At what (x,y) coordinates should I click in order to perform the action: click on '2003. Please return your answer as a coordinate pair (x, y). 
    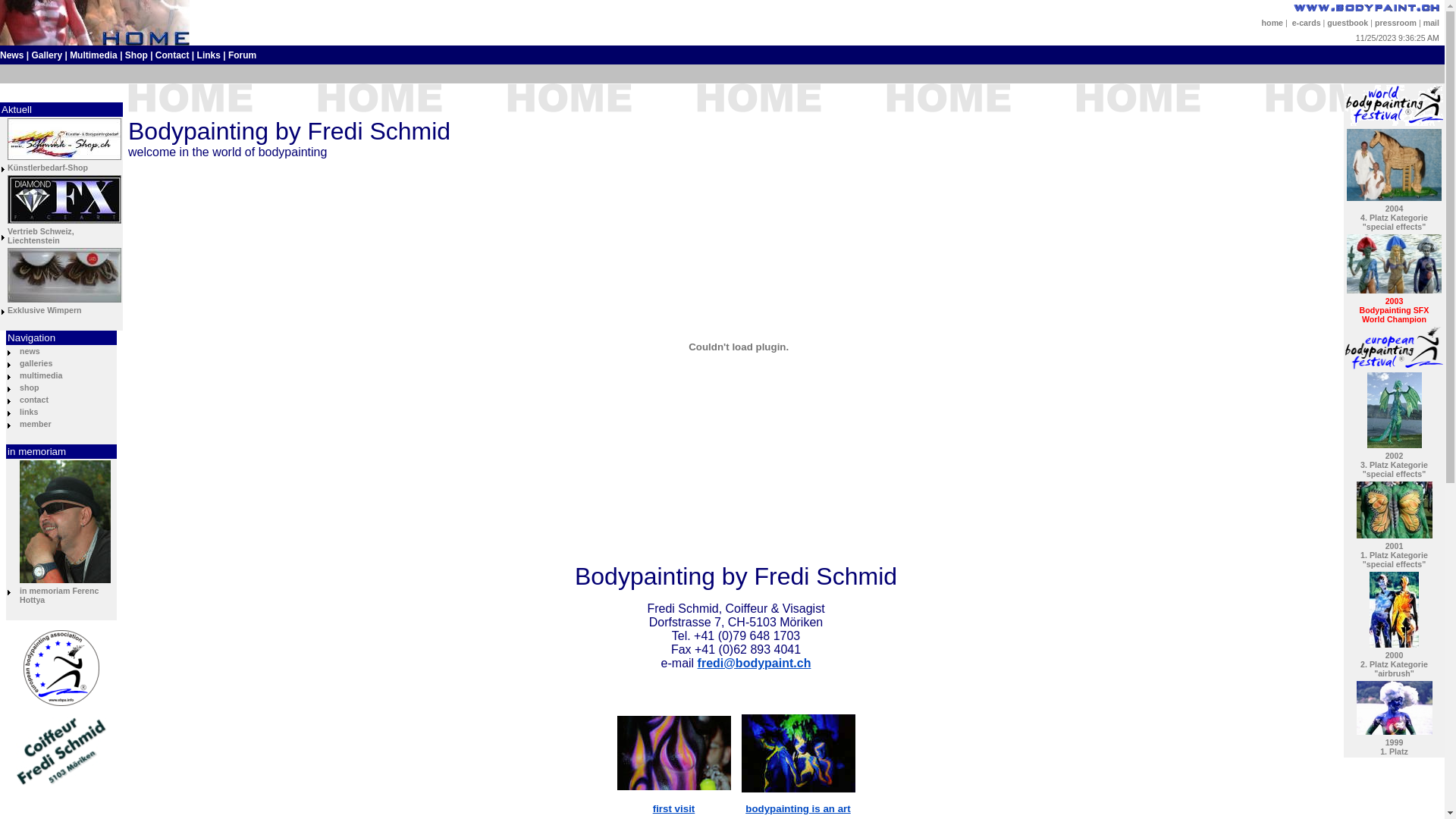
    Looking at the image, I should click on (1394, 309).